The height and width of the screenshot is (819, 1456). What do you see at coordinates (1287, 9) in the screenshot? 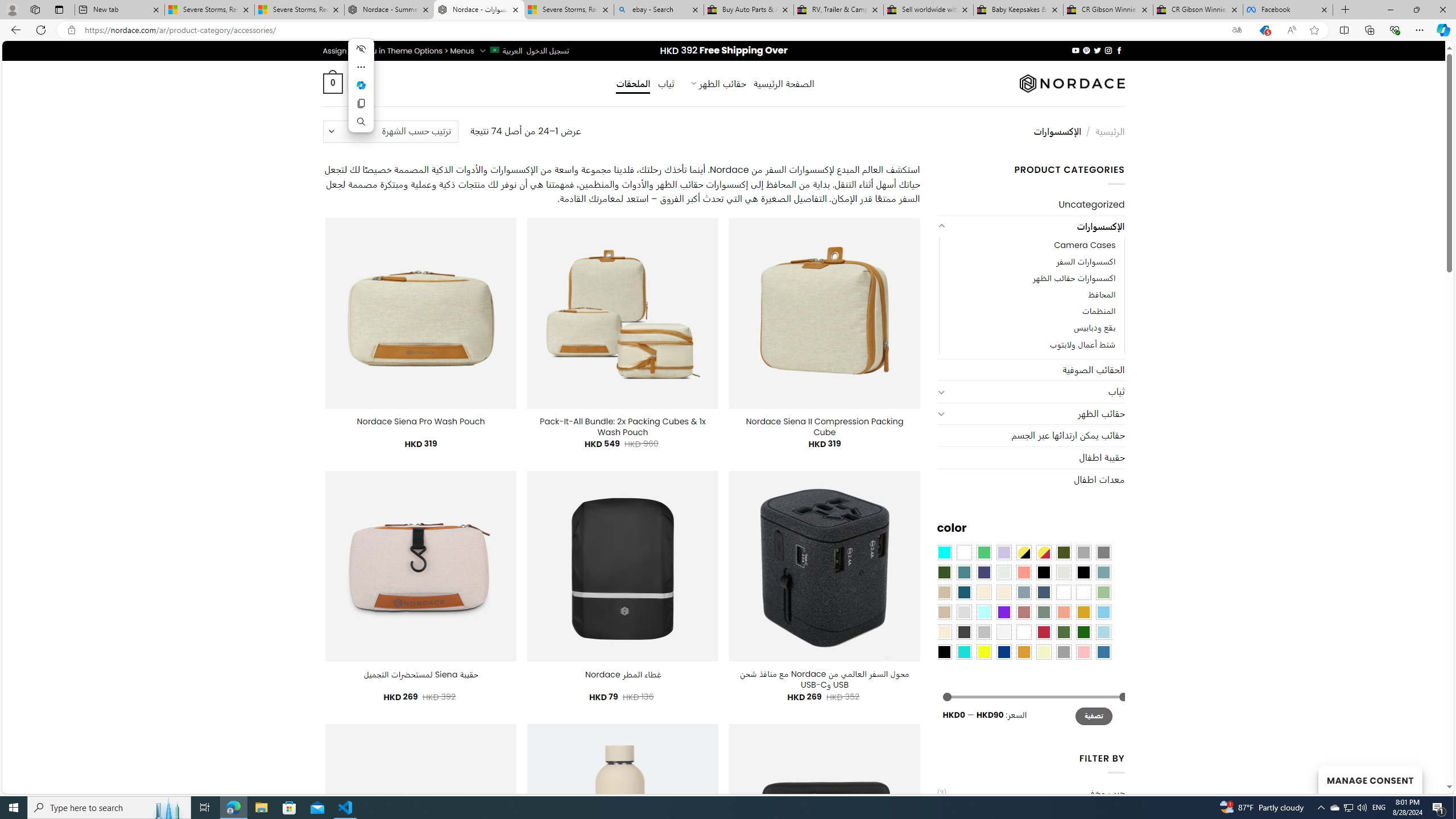
I see `'Facebook'` at bounding box center [1287, 9].